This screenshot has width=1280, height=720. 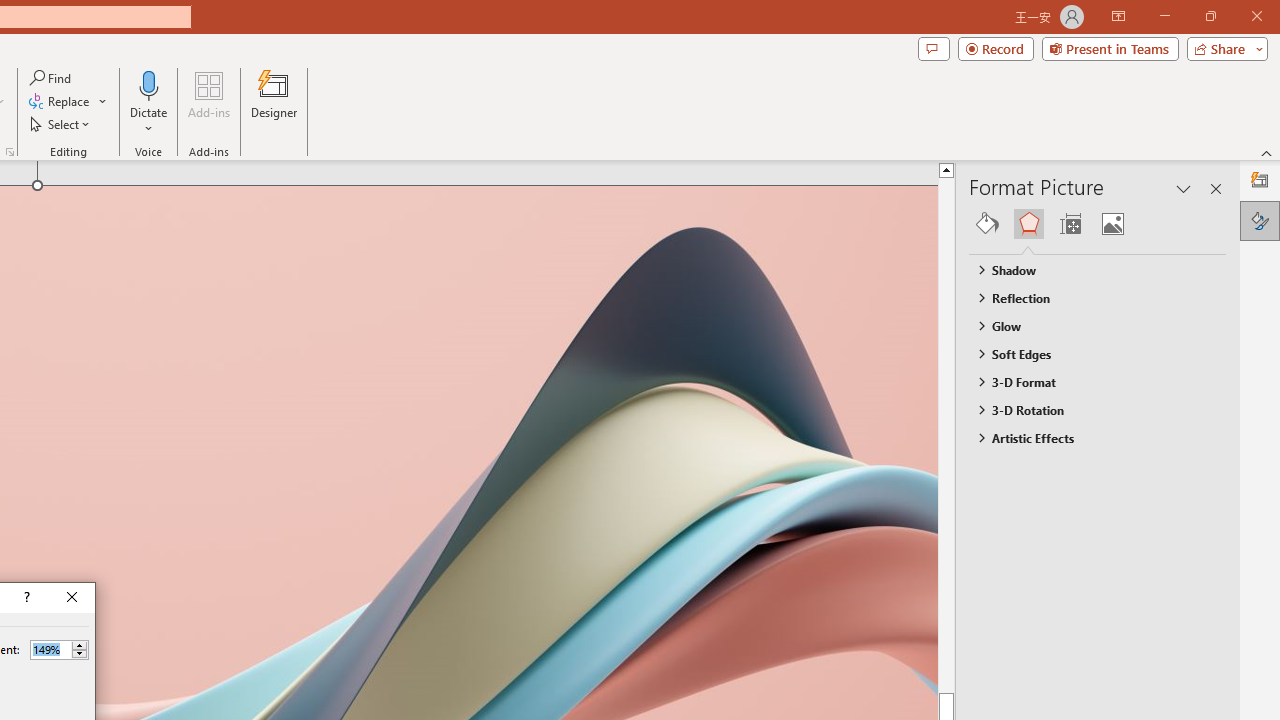 I want to click on 'Size & Properties', so click(x=1069, y=223).